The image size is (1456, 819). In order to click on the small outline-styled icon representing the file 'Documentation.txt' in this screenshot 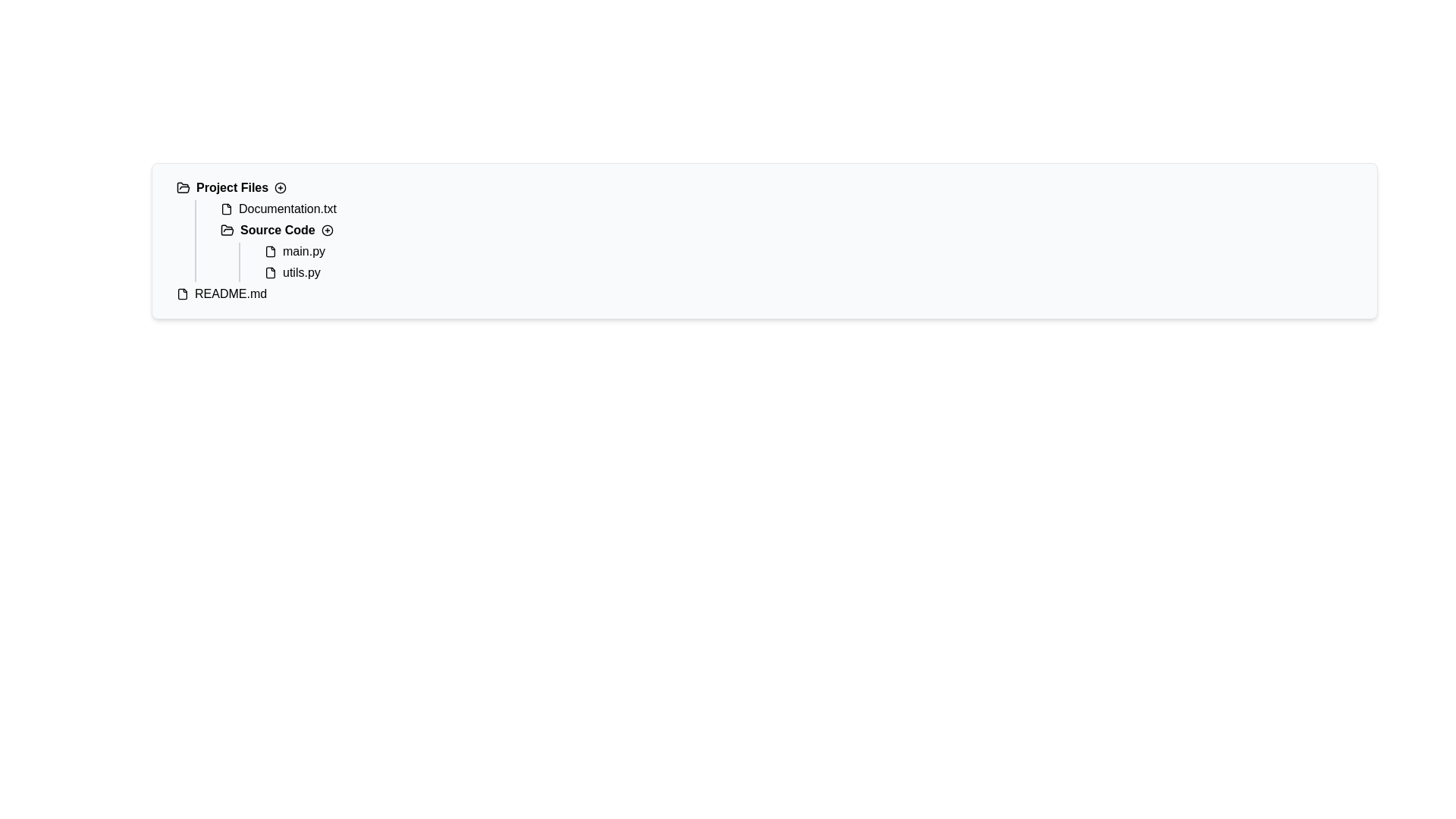, I will do `click(225, 209)`.